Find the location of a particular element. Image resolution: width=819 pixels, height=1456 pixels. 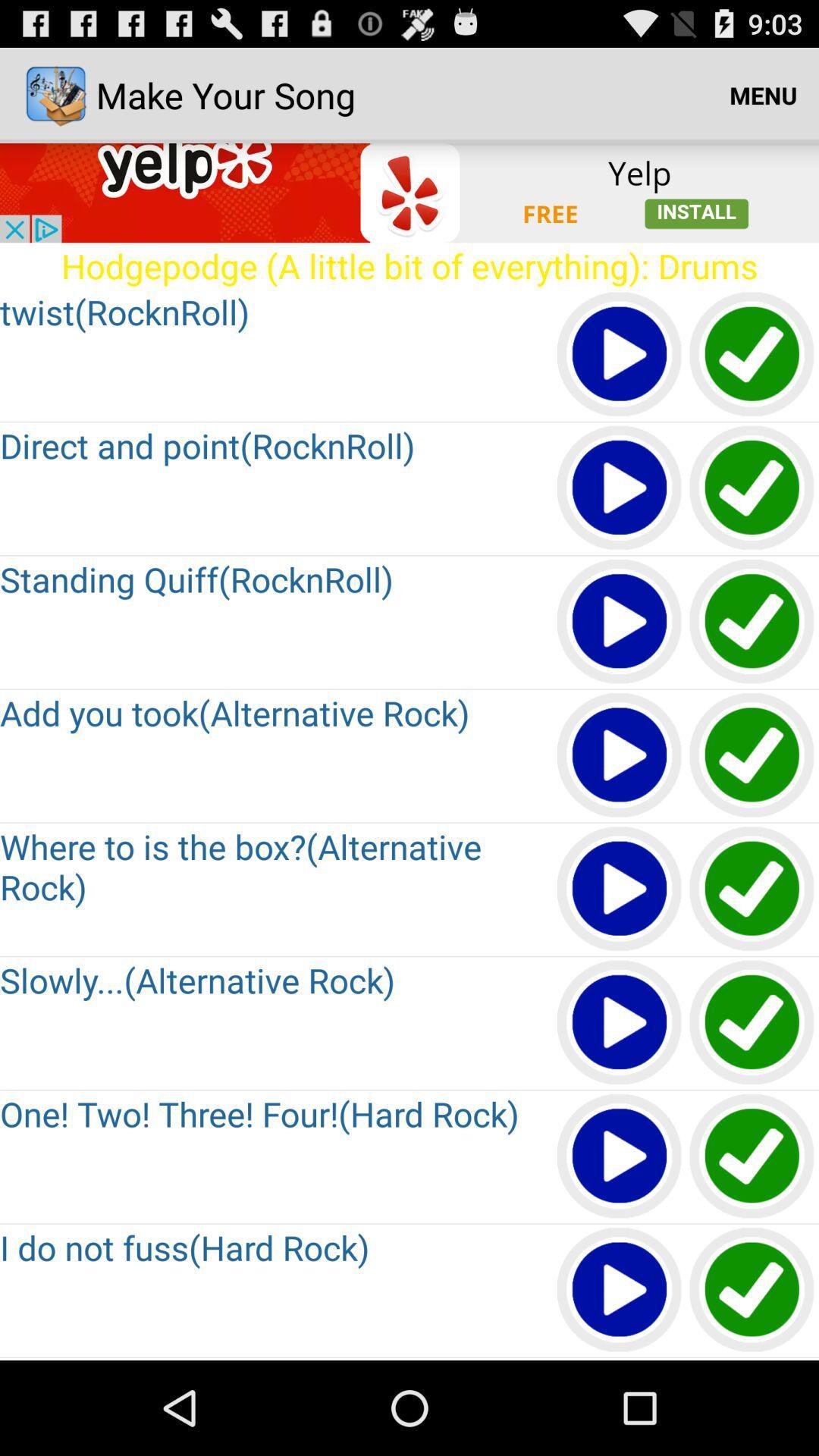

next is located at coordinates (620, 1359).